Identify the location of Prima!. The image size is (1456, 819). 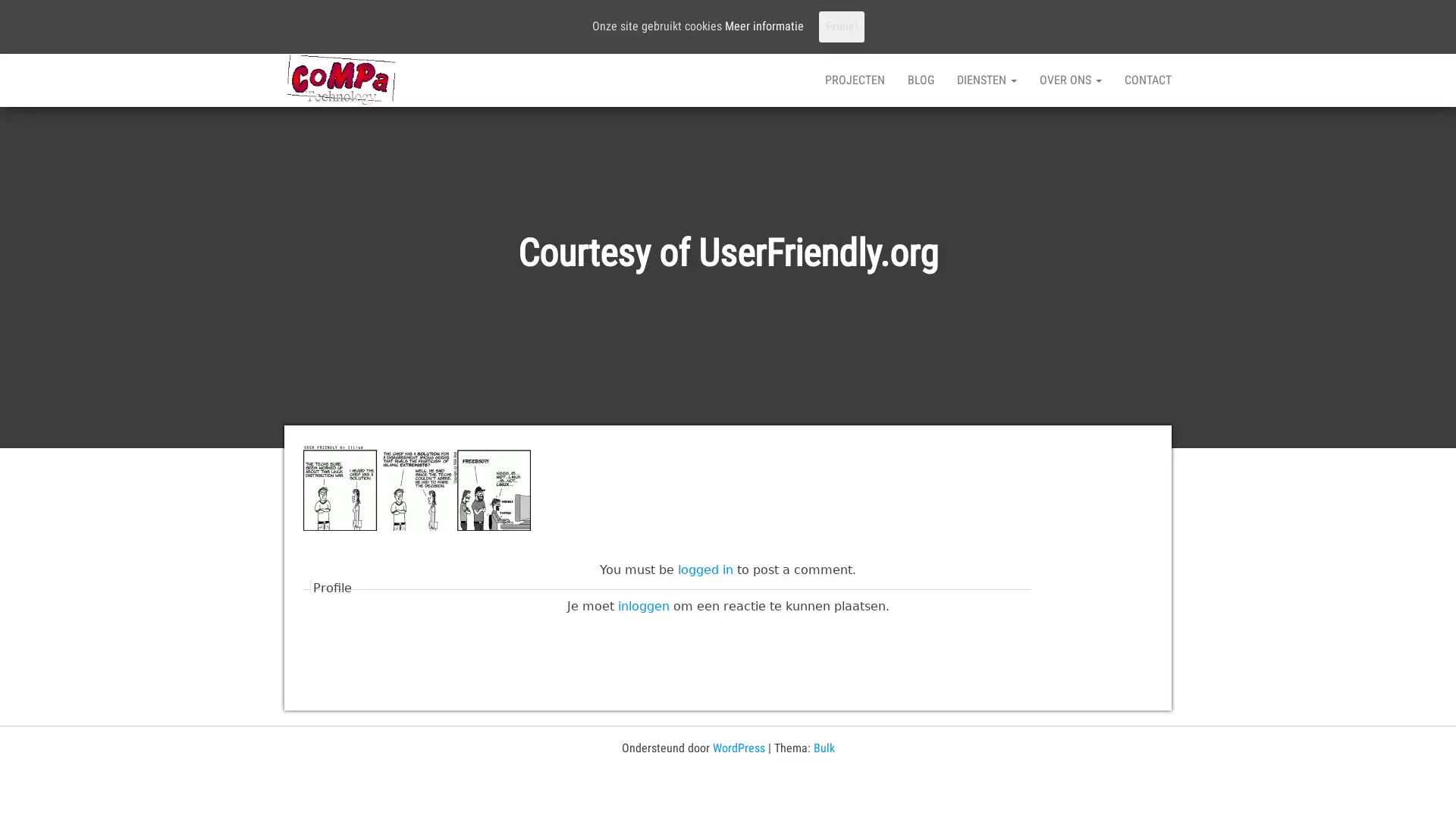
(839, 26).